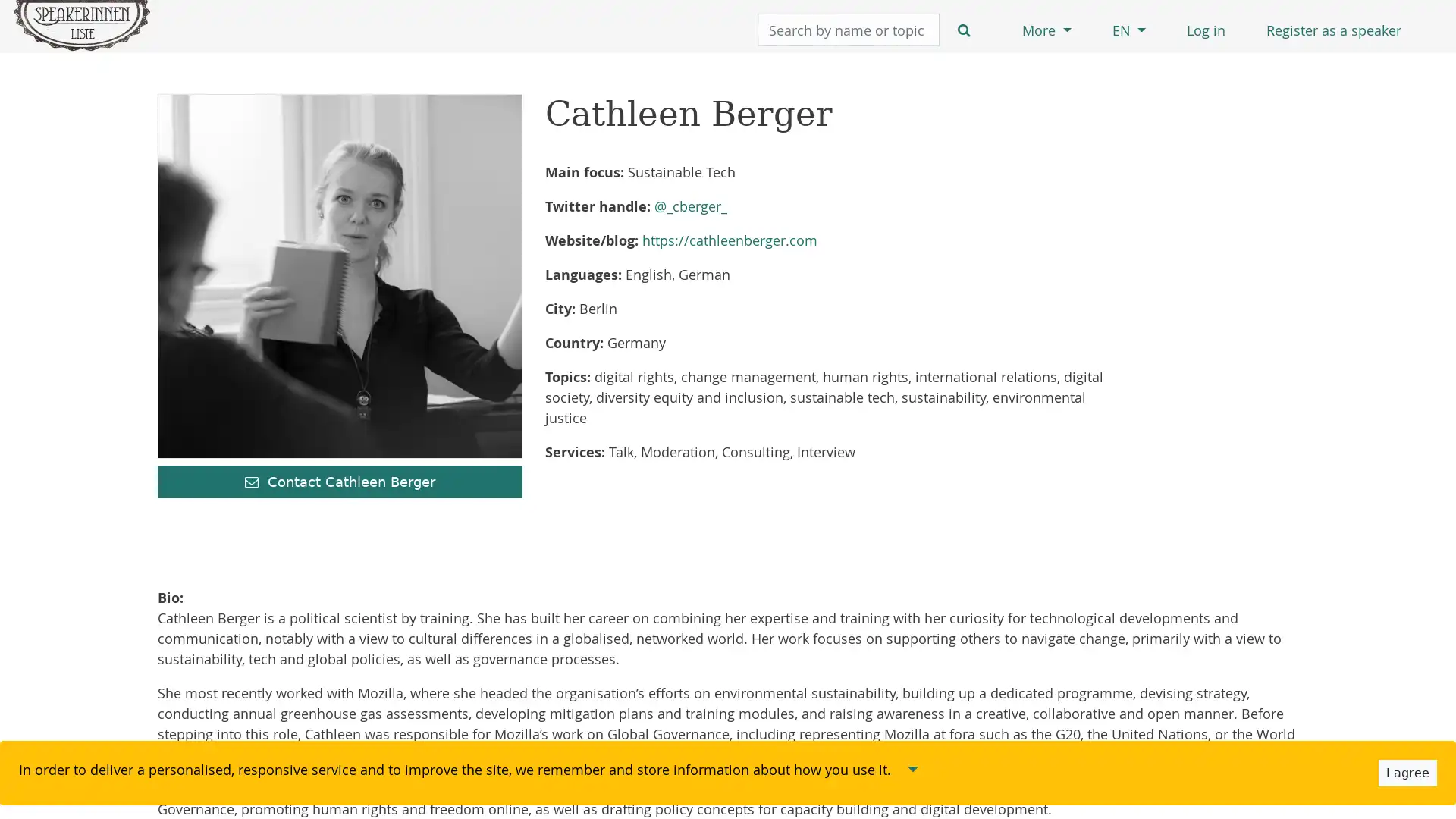 The image size is (1456, 819). What do you see at coordinates (339, 482) in the screenshot?
I see `Contact Cathleen Berger` at bounding box center [339, 482].